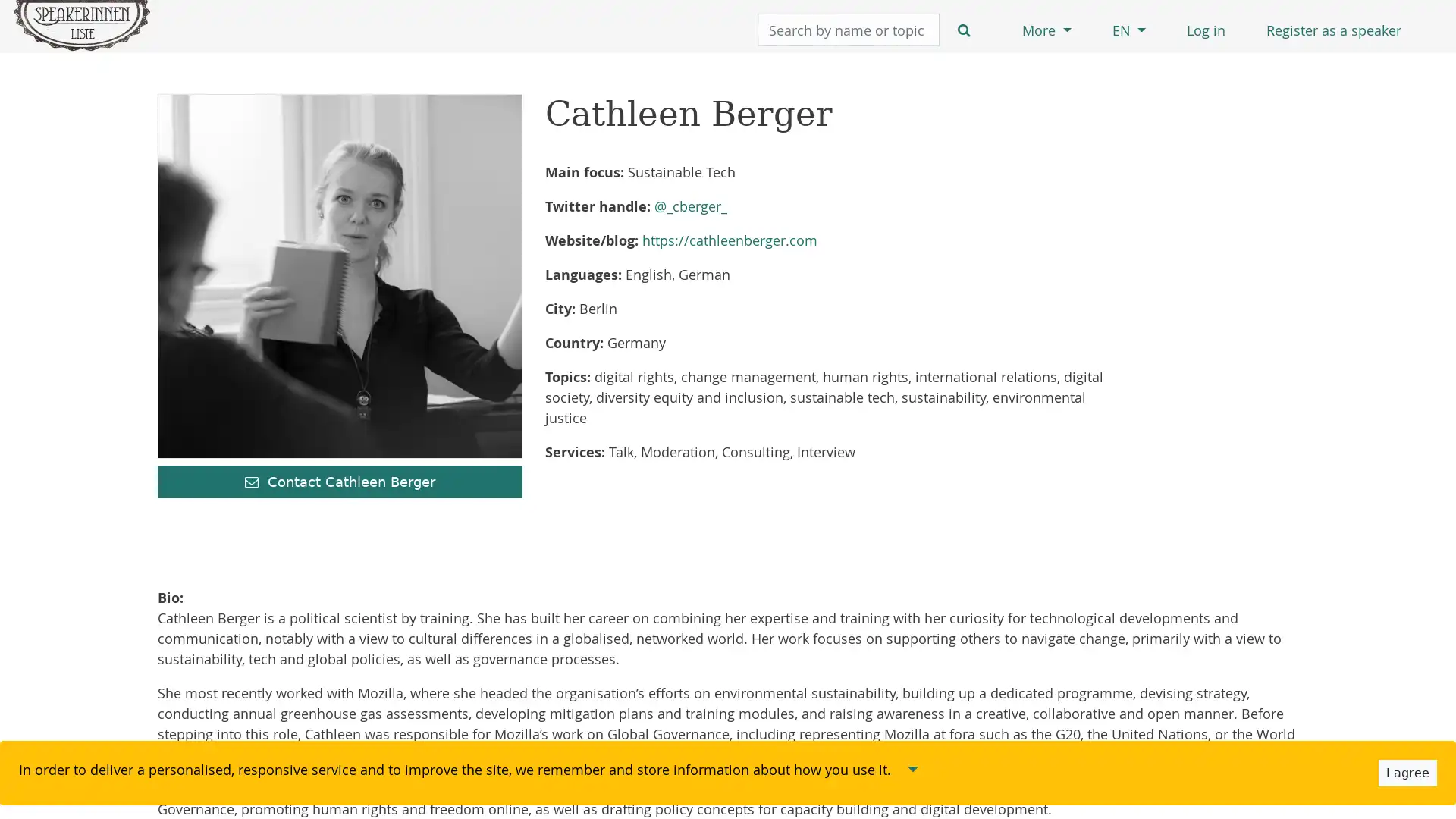 The image size is (1456, 819). What do you see at coordinates (339, 482) in the screenshot?
I see `Contact Cathleen Berger` at bounding box center [339, 482].